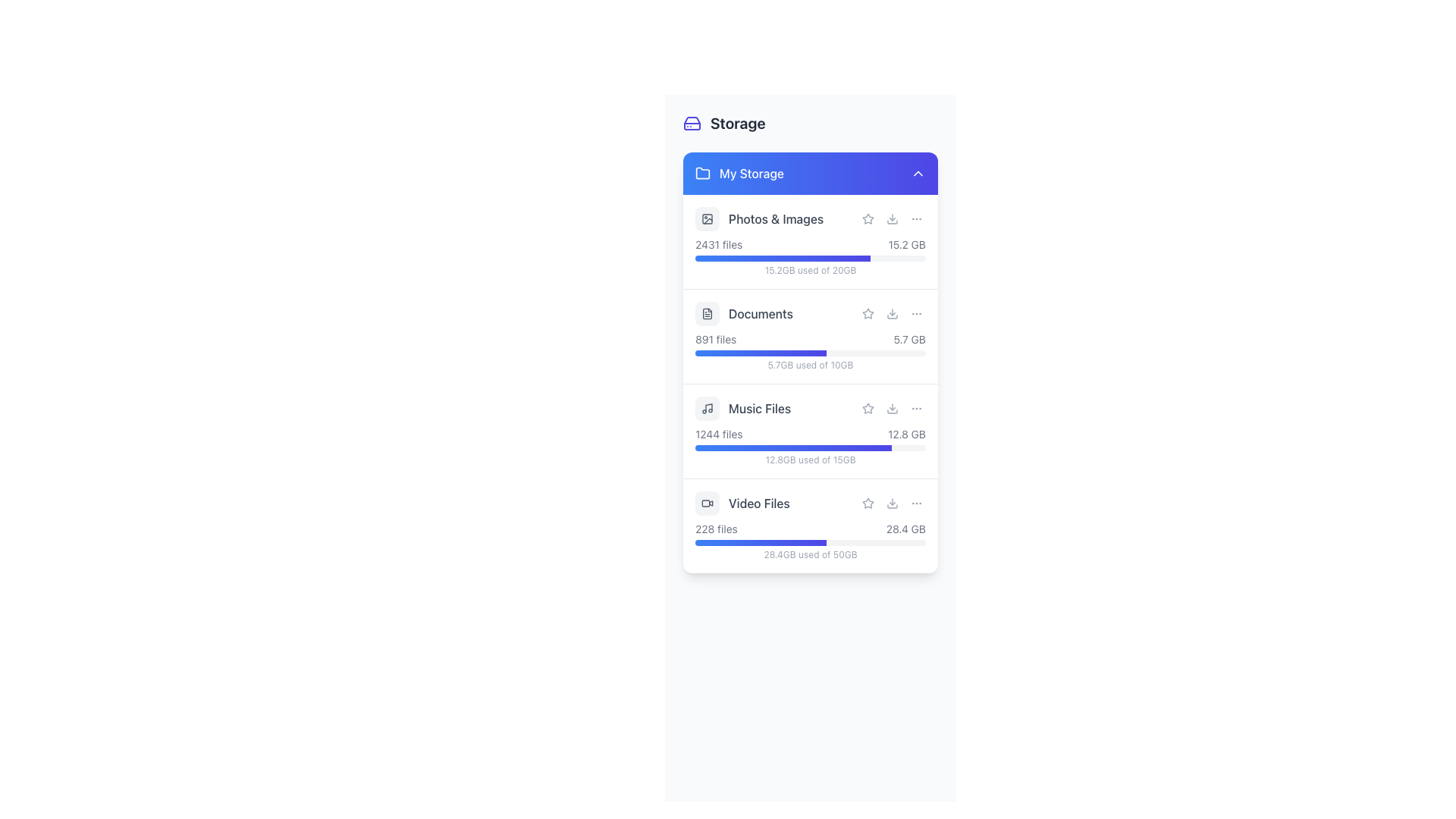 The width and height of the screenshot is (1456, 819). What do you see at coordinates (810, 503) in the screenshot?
I see `the fourth segment in the vertical list of storage categories, which indicates a category for storing video files and is located below 'Music Files'` at bounding box center [810, 503].